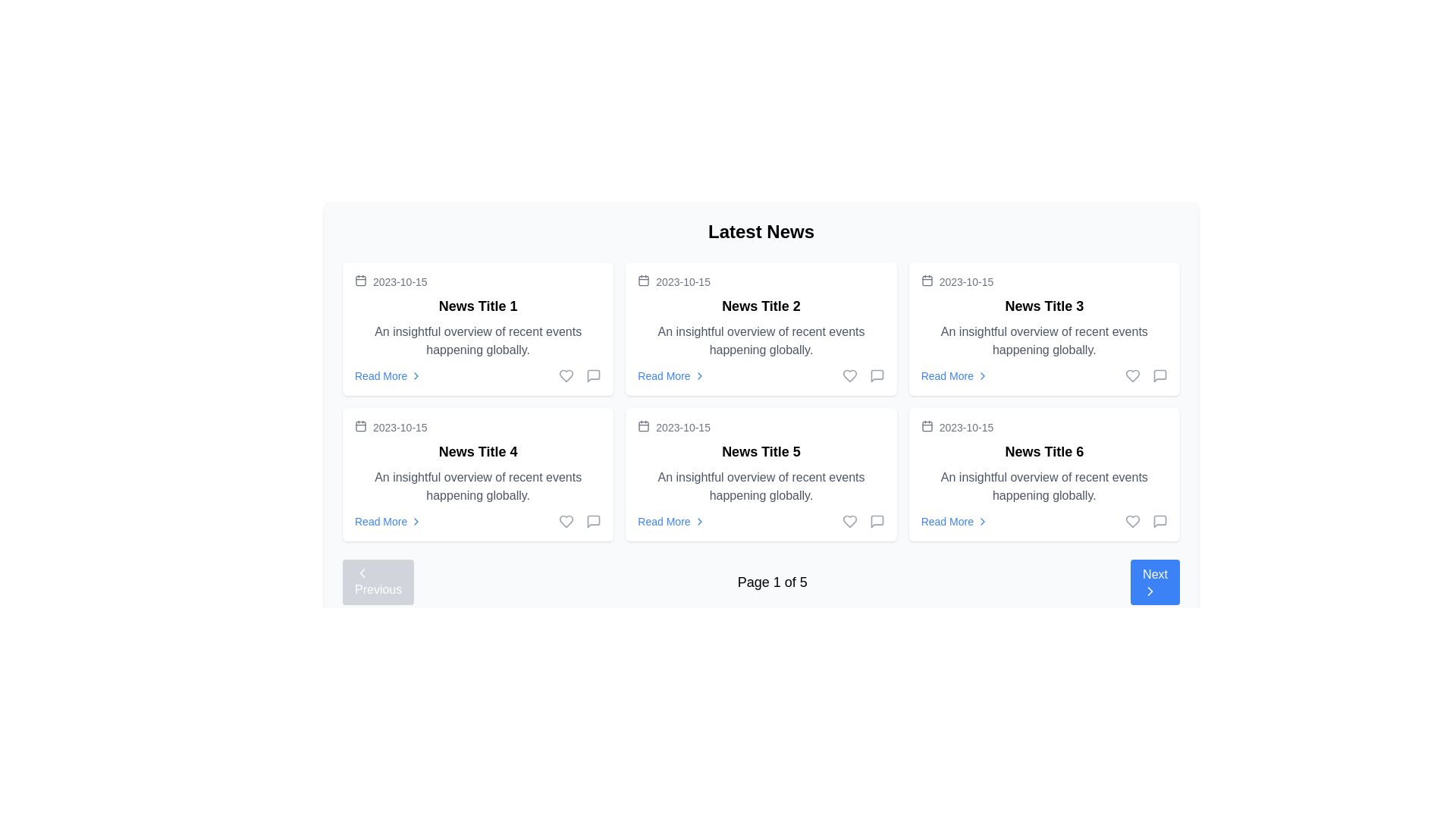  I want to click on the heart icon in the interactive options group located under the 'News Title 5' card to like the article, so click(863, 520).